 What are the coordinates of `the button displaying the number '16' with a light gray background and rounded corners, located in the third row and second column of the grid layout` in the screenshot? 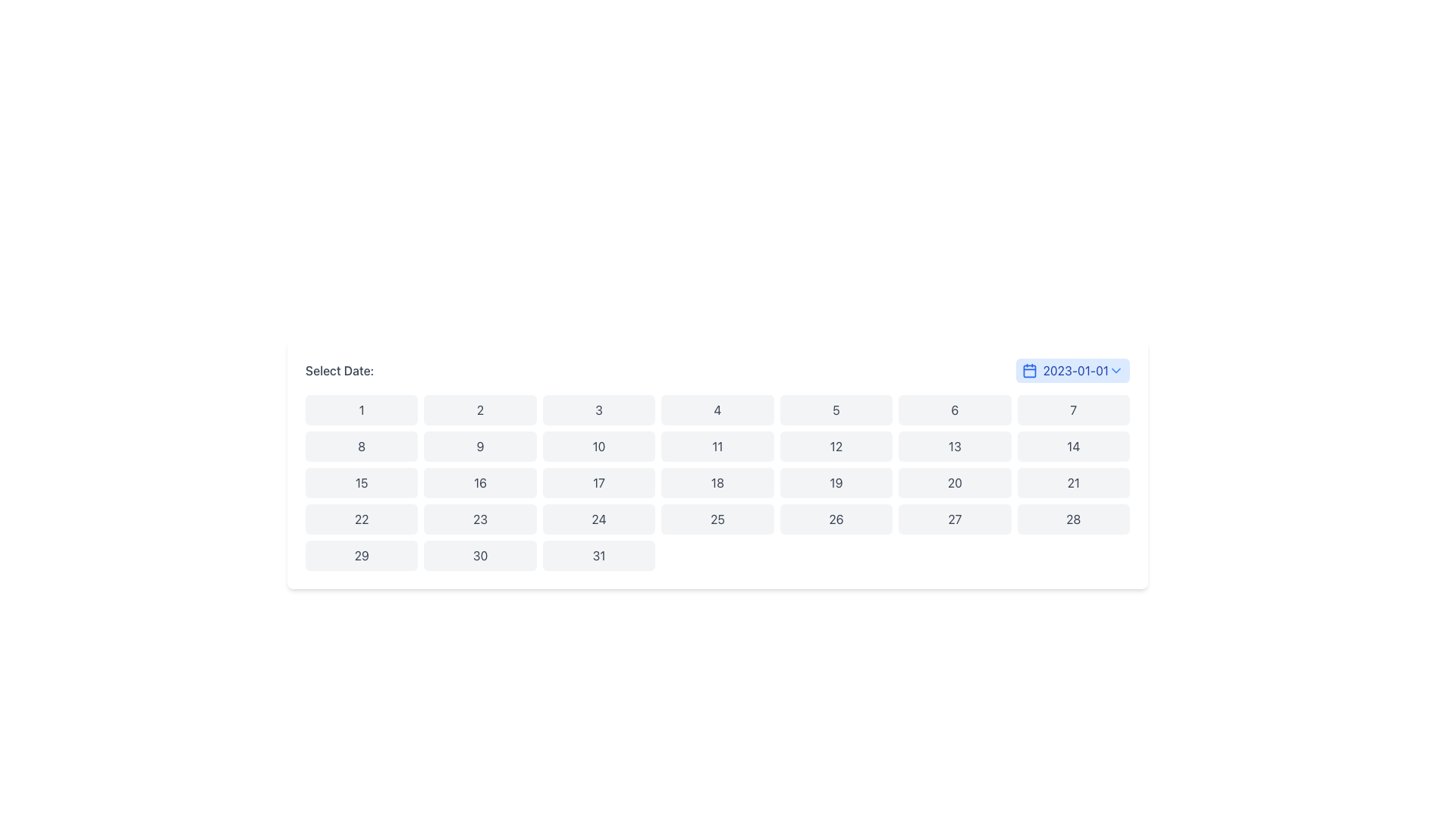 It's located at (479, 482).